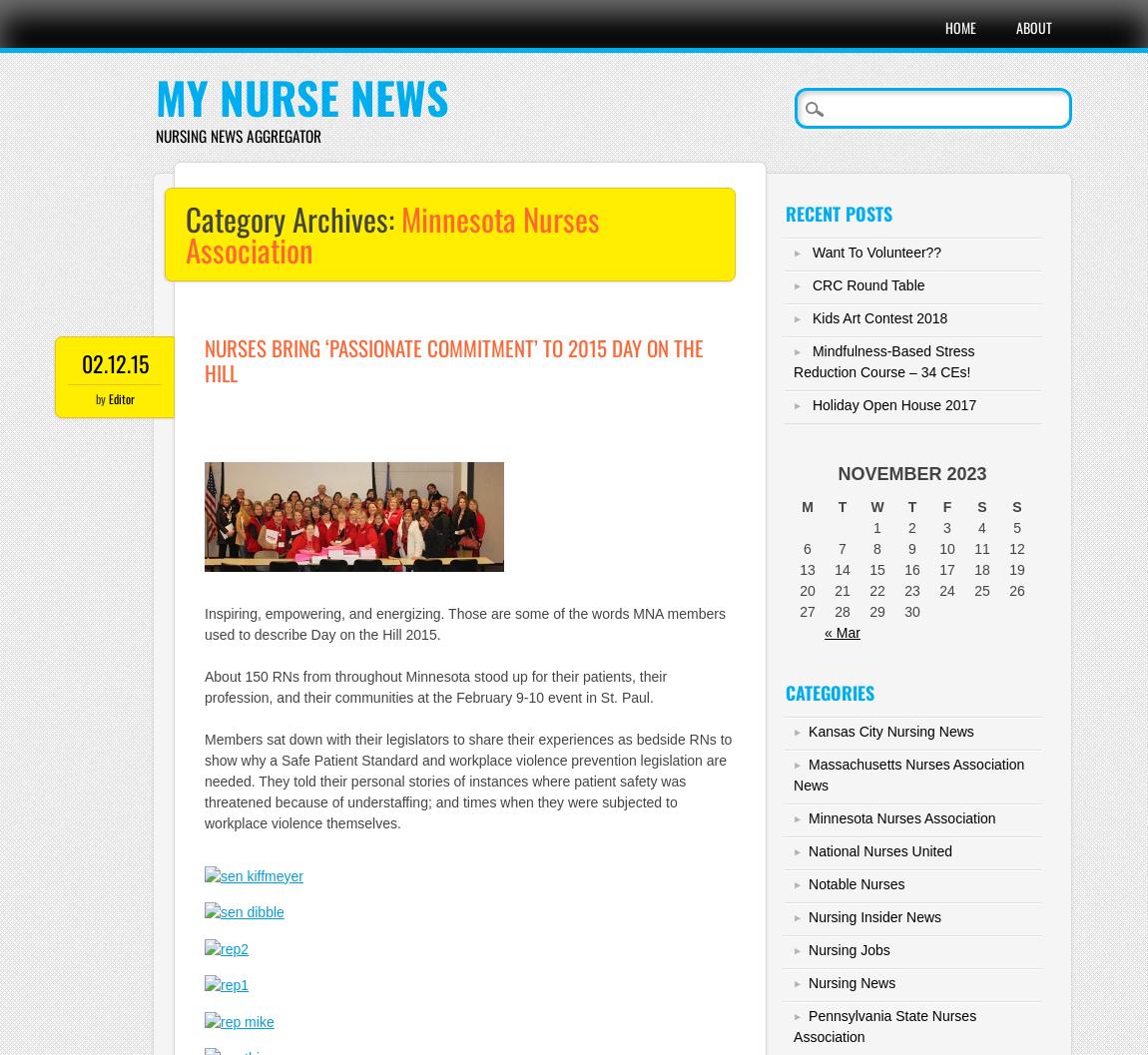  What do you see at coordinates (870, 506) in the screenshot?
I see `'W'` at bounding box center [870, 506].